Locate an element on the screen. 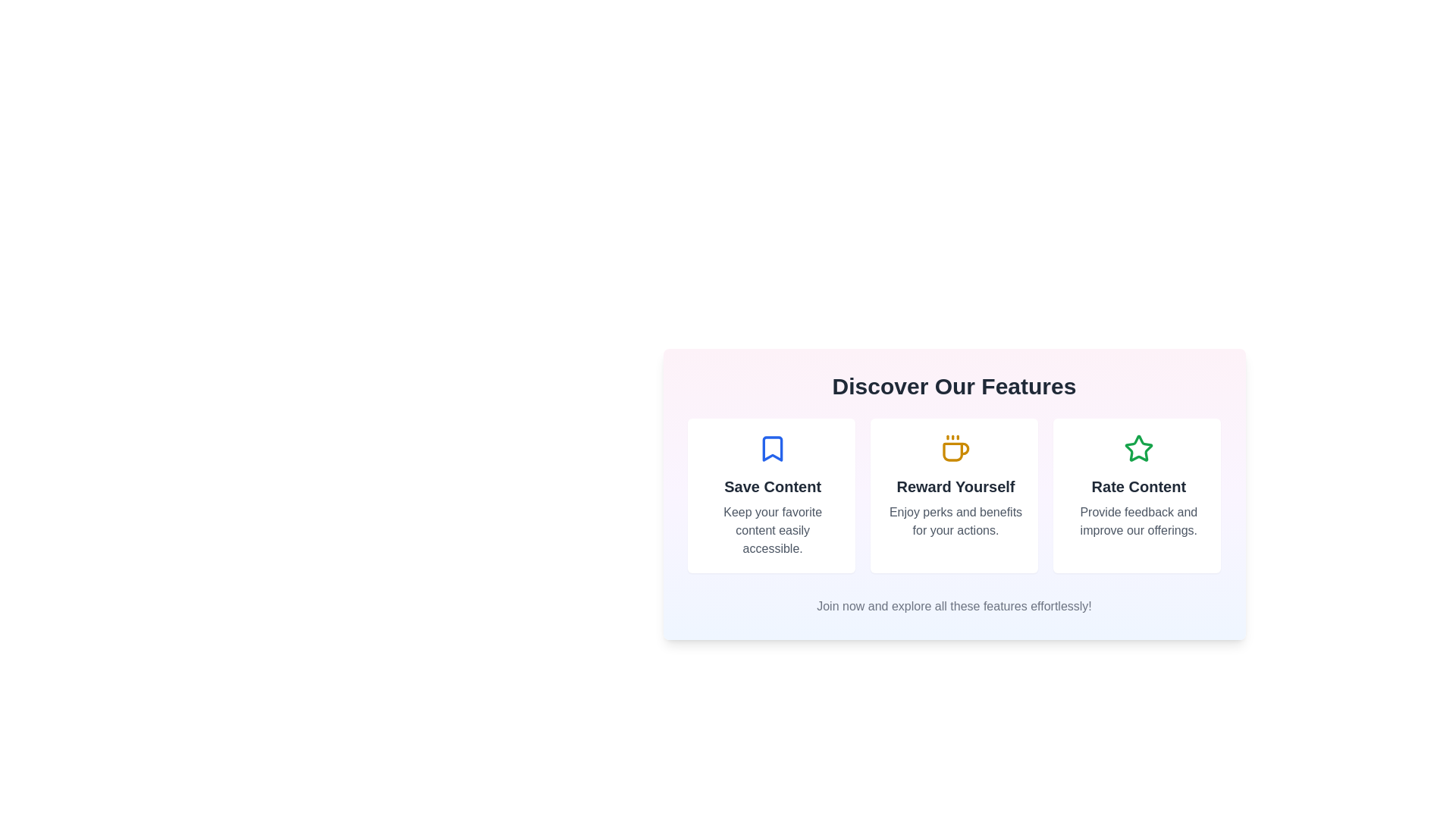 This screenshot has height=819, width=1456. the blue bookmark-shaped icon located at the top center of the 'Save Content' feature card, which is positioned above the title 'Save Content' is located at coordinates (773, 447).